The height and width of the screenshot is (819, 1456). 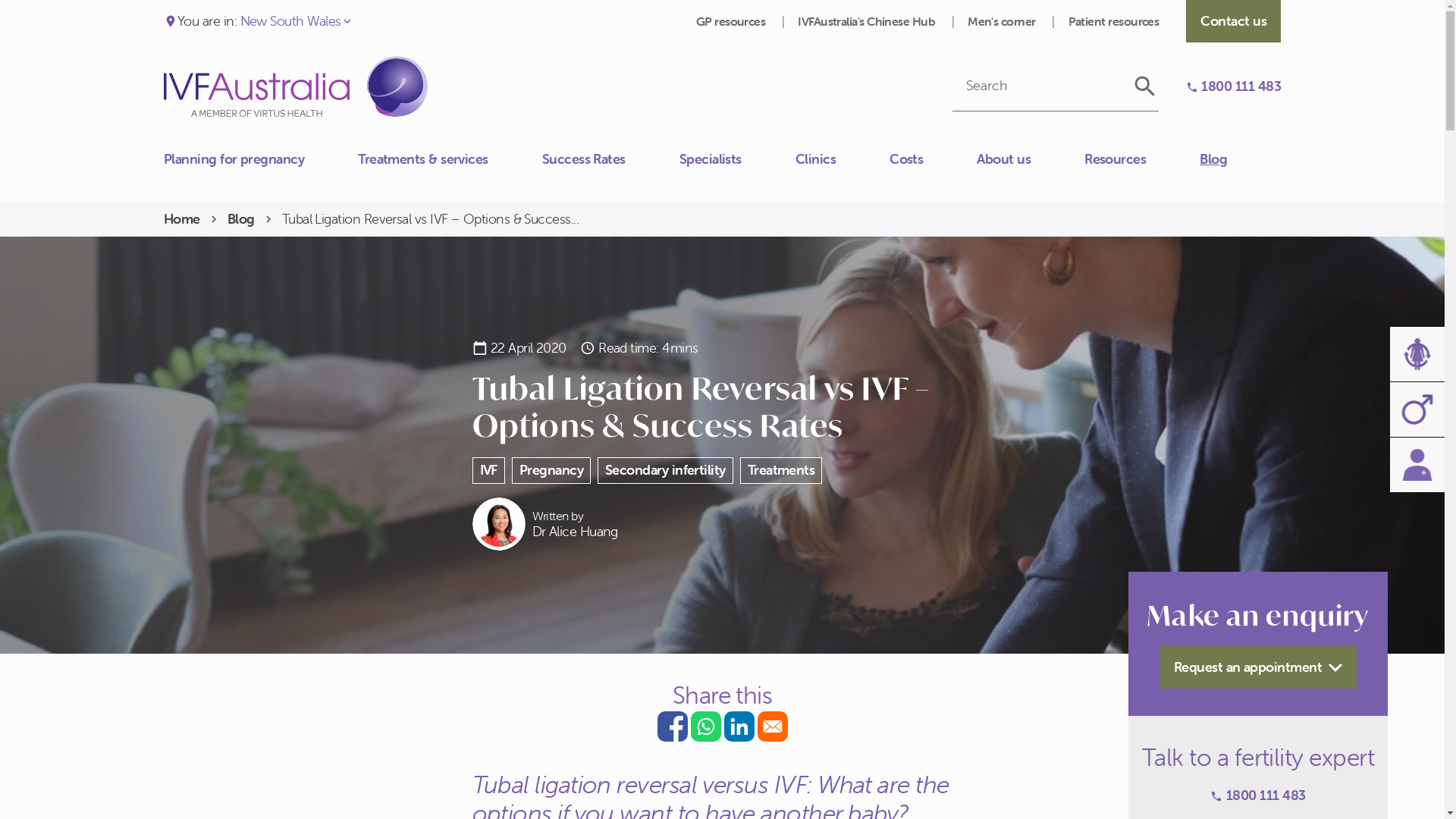 What do you see at coordinates (771, 725) in the screenshot?
I see `'Opens in a new tab'` at bounding box center [771, 725].